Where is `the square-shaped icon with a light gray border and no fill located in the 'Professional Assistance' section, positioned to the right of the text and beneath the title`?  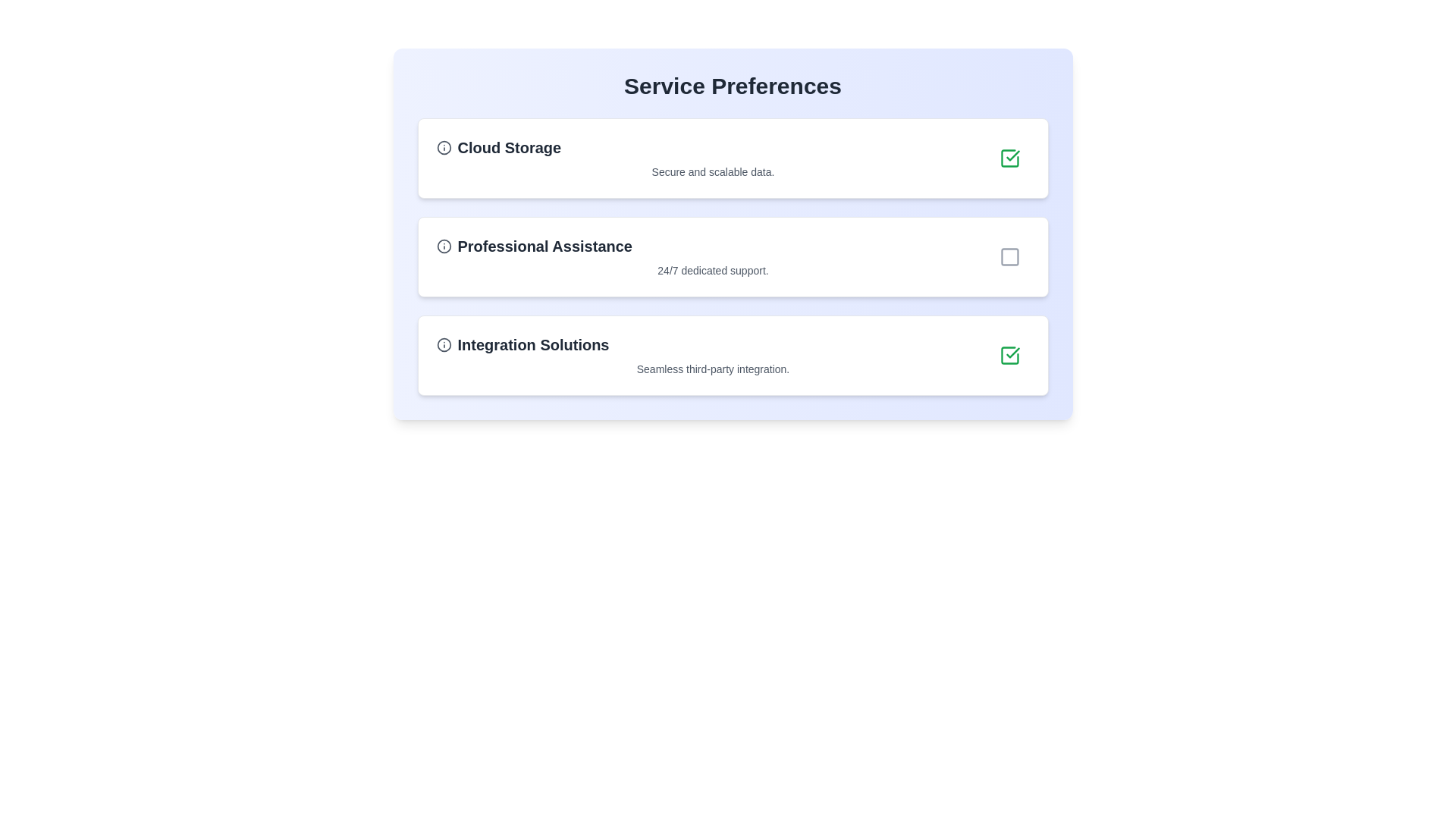 the square-shaped icon with a light gray border and no fill located in the 'Professional Assistance' section, positioned to the right of the text and beneath the title is located at coordinates (1009, 256).